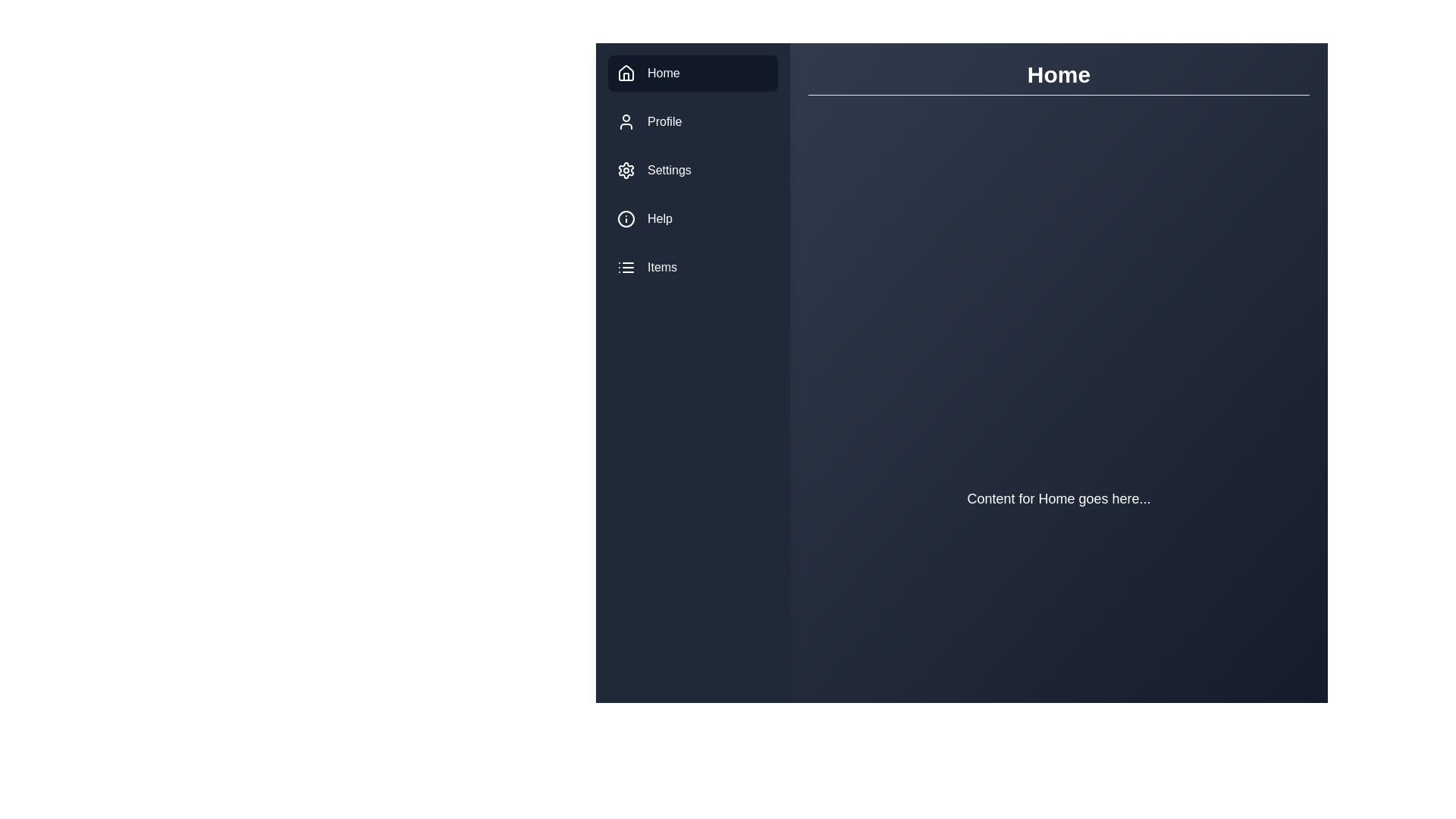  I want to click on the menu item Settings to navigate to its section, so click(692, 170).